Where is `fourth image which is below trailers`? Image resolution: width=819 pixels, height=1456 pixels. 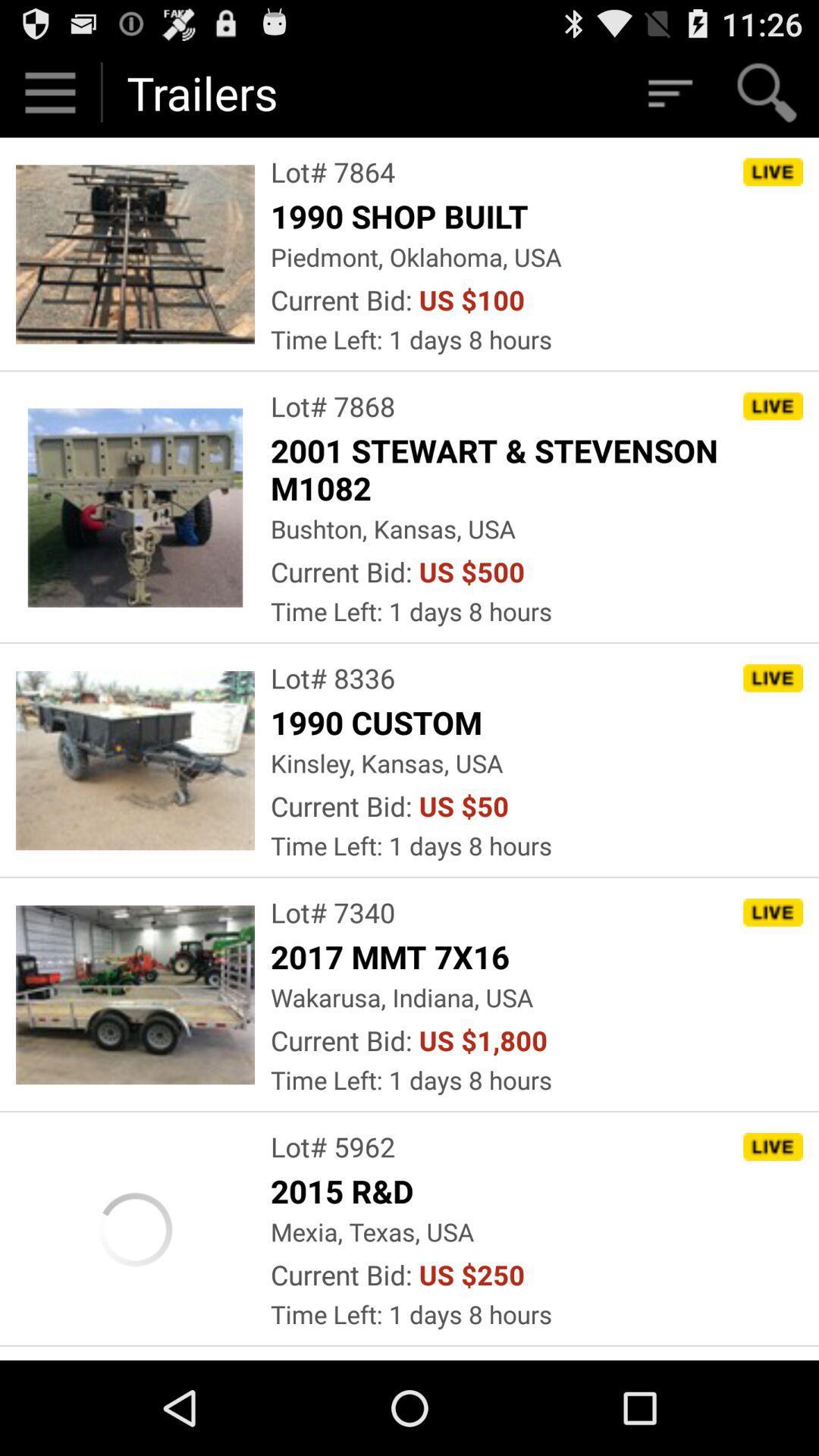
fourth image which is below trailers is located at coordinates (134, 995).